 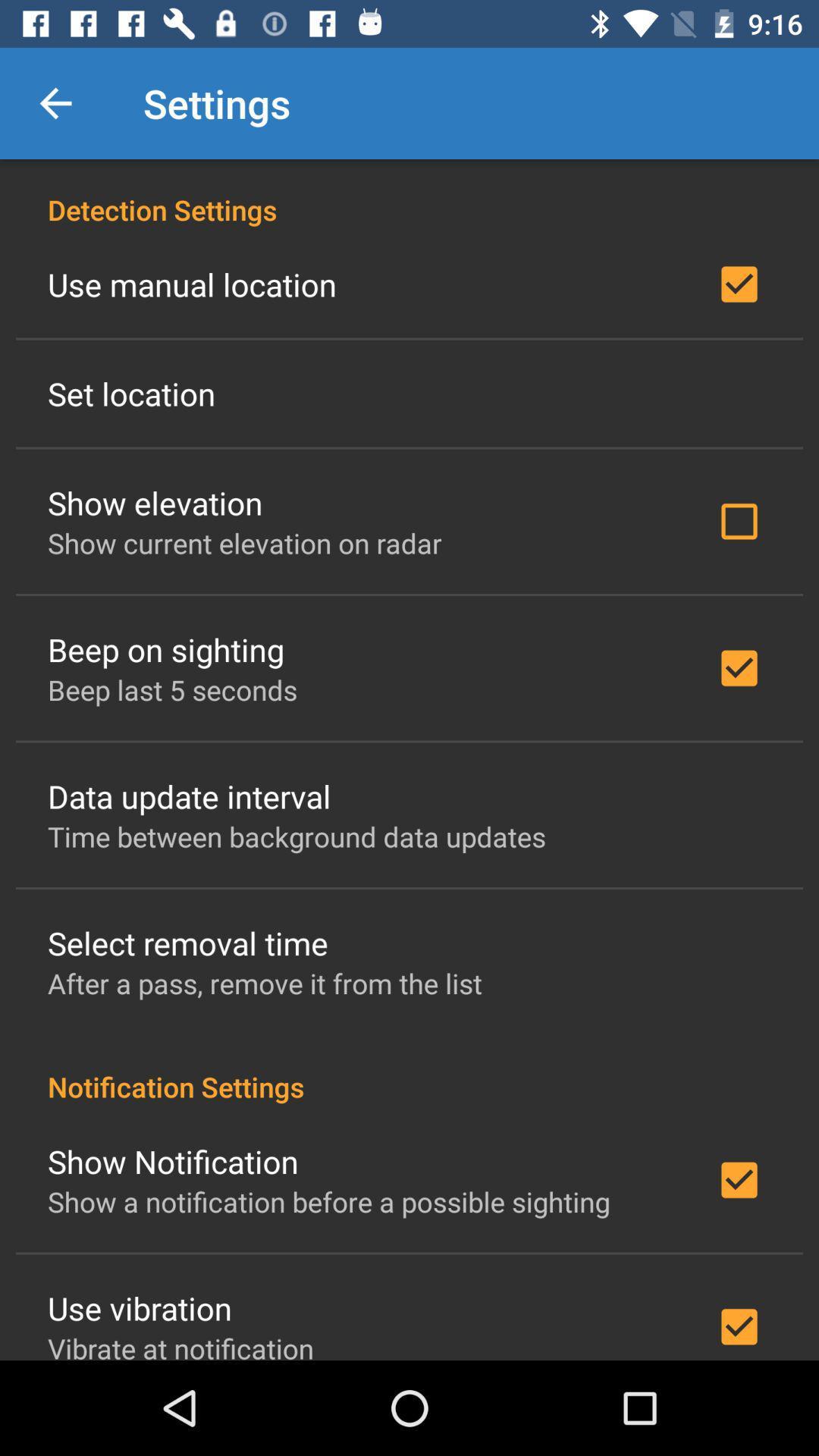 I want to click on the data update interval icon, so click(x=188, y=795).